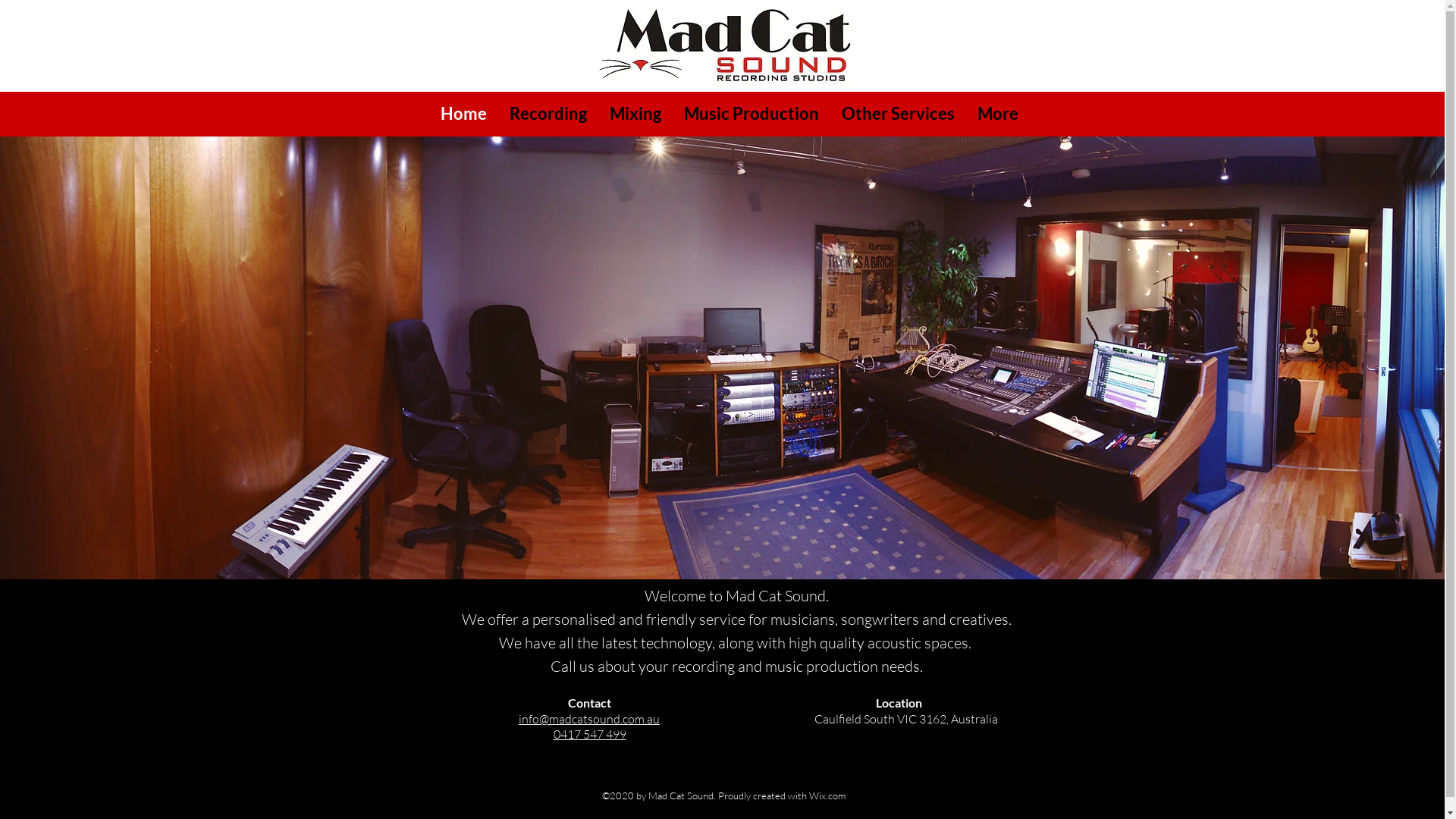 This screenshot has height=819, width=1456. I want to click on '0417 547 499', so click(588, 733).